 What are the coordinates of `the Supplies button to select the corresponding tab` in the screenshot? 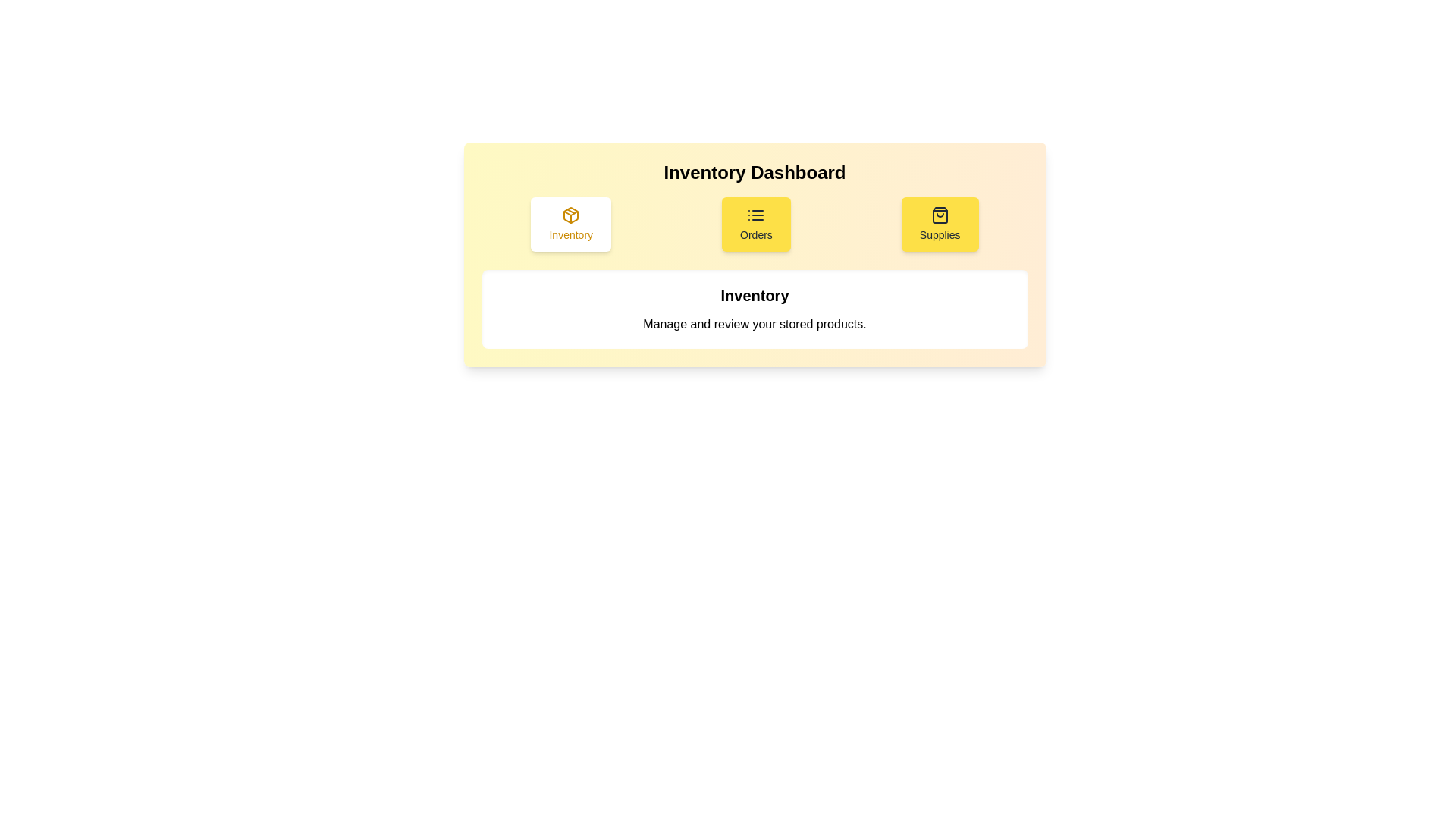 It's located at (939, 224).